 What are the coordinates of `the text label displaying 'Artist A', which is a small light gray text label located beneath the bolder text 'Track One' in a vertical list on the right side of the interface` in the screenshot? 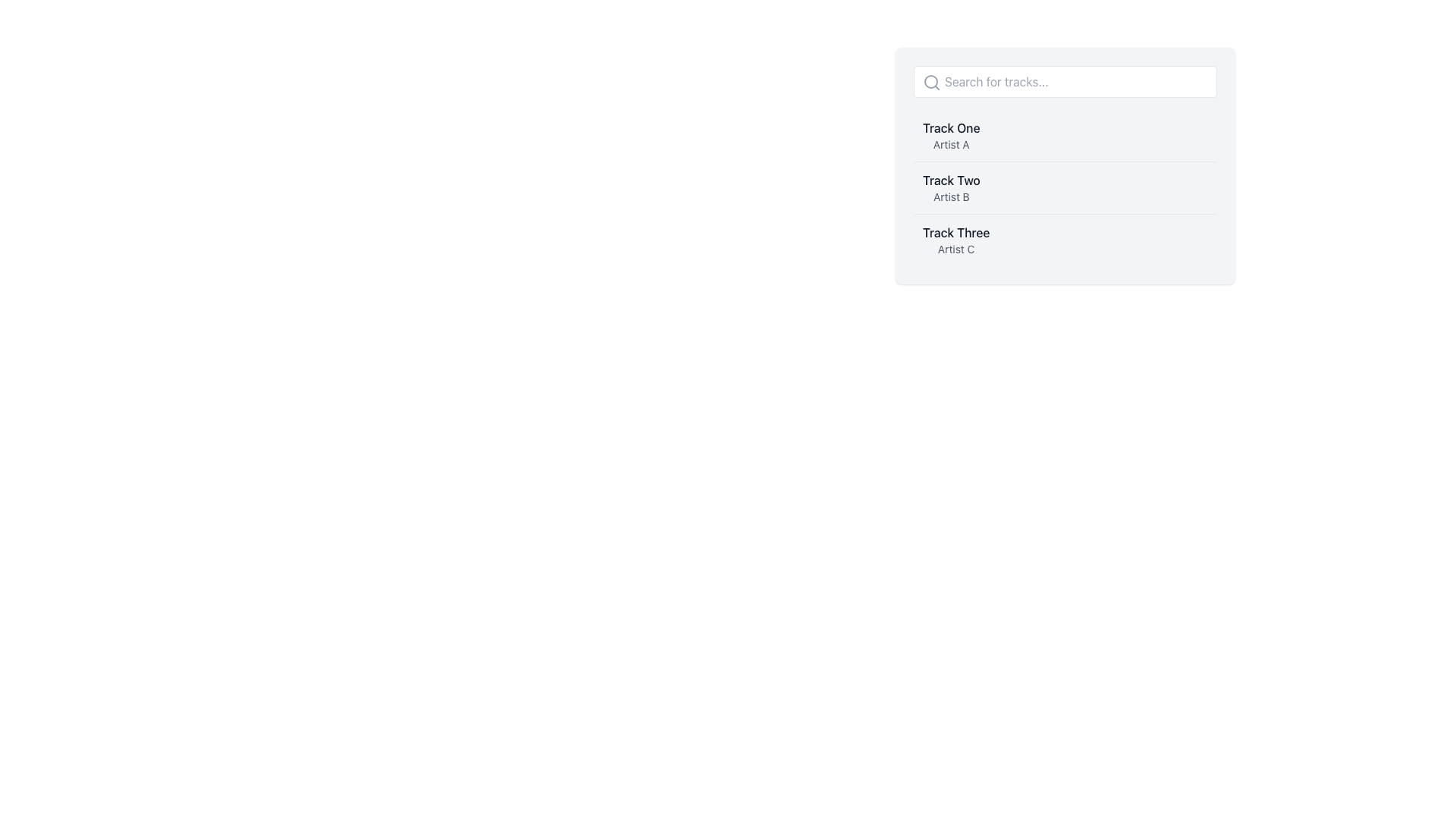 It's located at (950, 145).